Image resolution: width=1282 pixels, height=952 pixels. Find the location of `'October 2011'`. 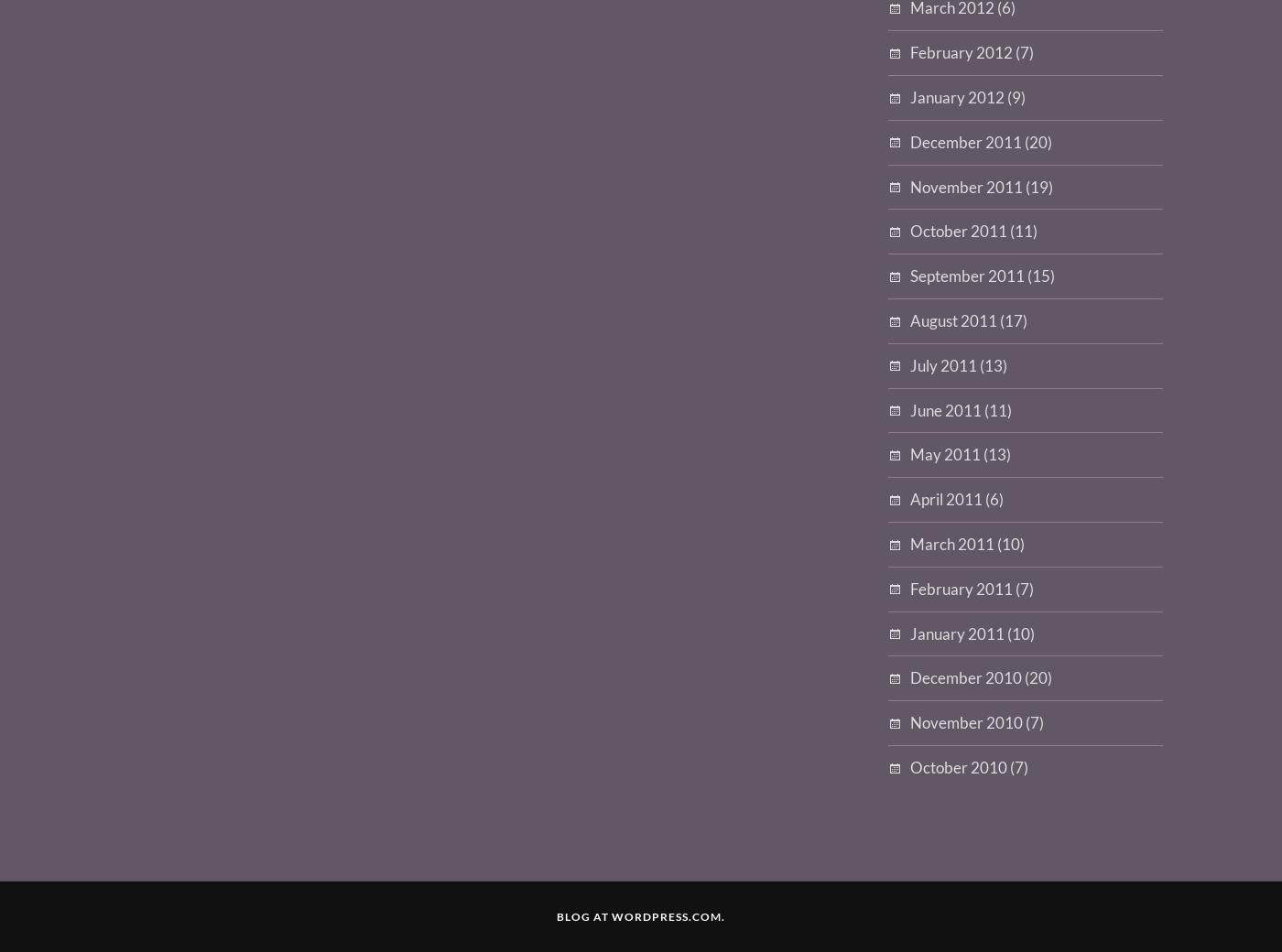

'October 2011' is located at coordinates (910, 231).